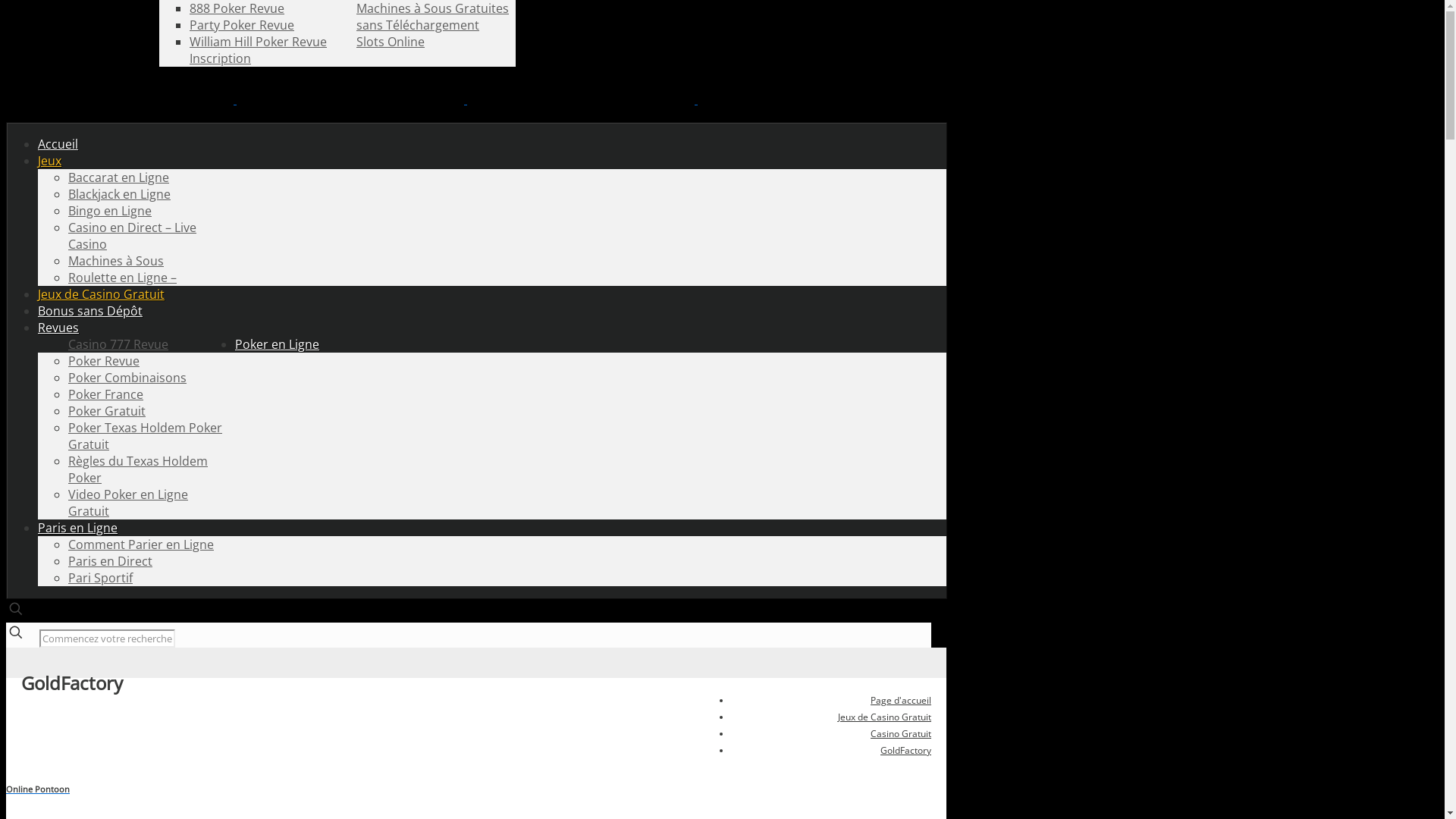 This screenshot has width=1456, height=819. What do you see at coordinates (67, 411) in the screenshot?
I see `'Poker Gratuit'` at bounding box center [67, 411].